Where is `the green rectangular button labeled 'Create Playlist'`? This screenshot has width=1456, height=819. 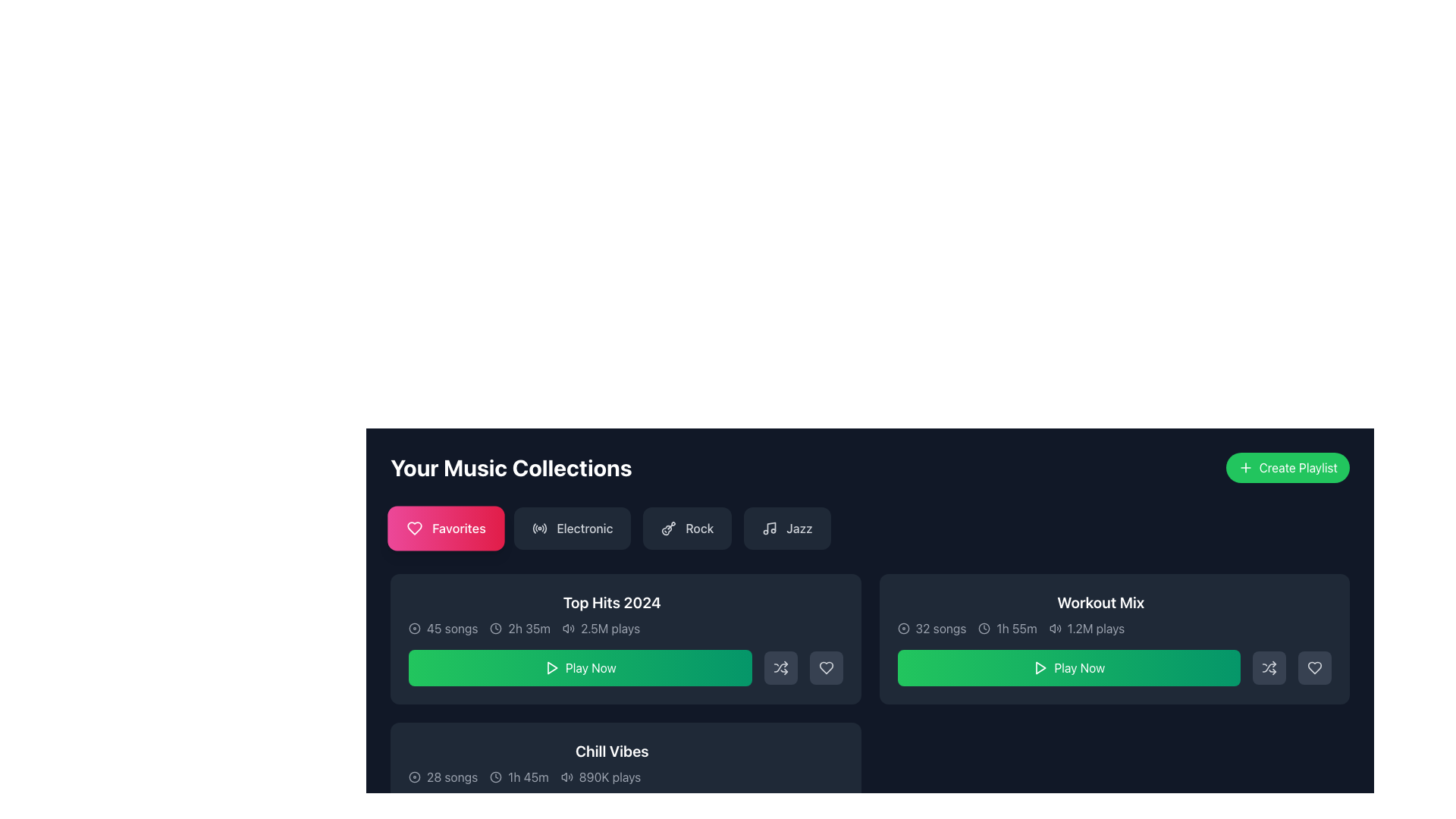 the green rectangular button labeled 'Create Playlist' is located at coordinates (1287, 467).